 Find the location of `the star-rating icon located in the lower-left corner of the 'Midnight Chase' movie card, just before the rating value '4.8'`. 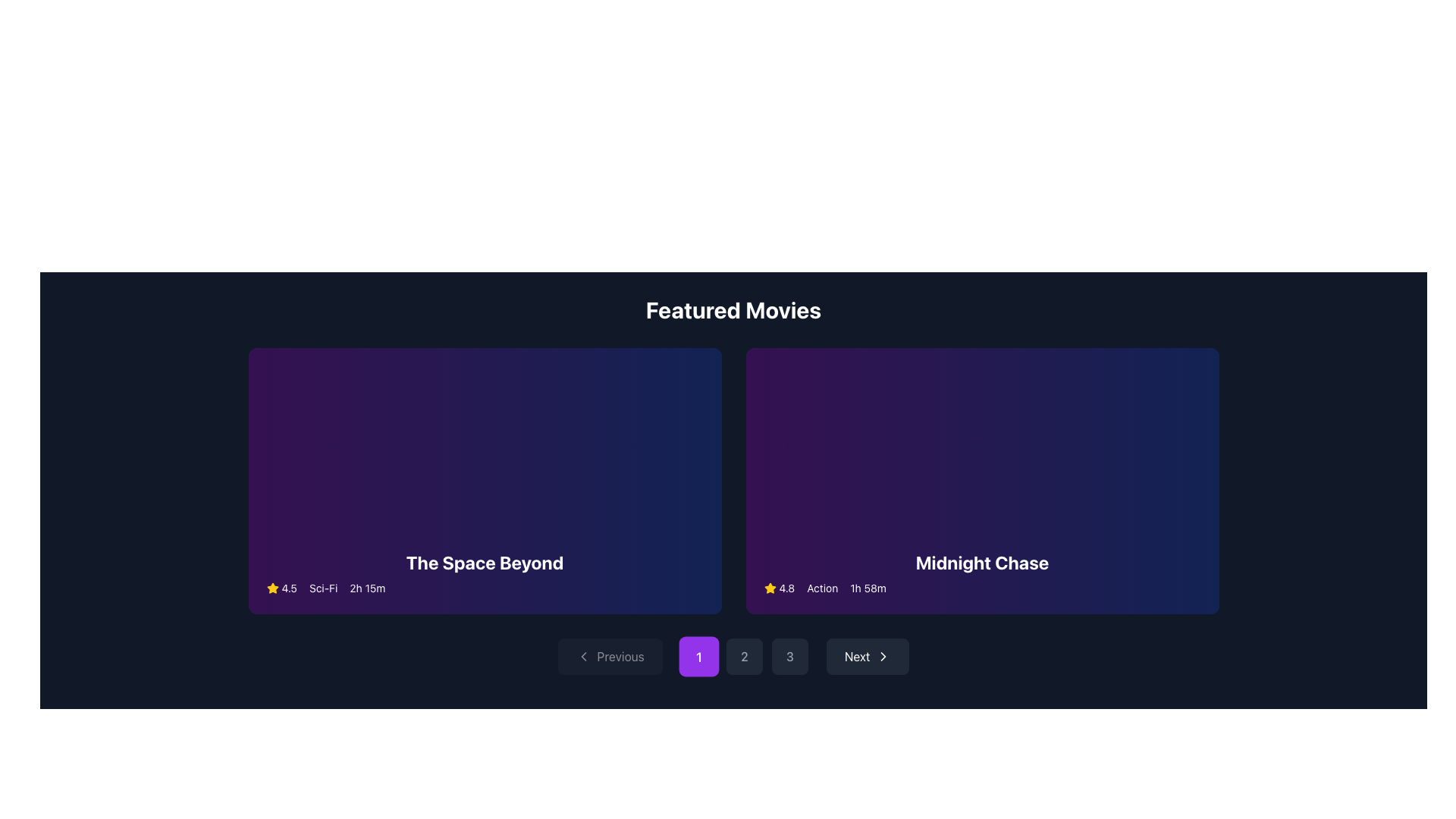

the star-rating icon located in the lower-left corner of the 'Midnight Chase' movie card, just before the rating value '4.8' is located at coordinates (770, 587).